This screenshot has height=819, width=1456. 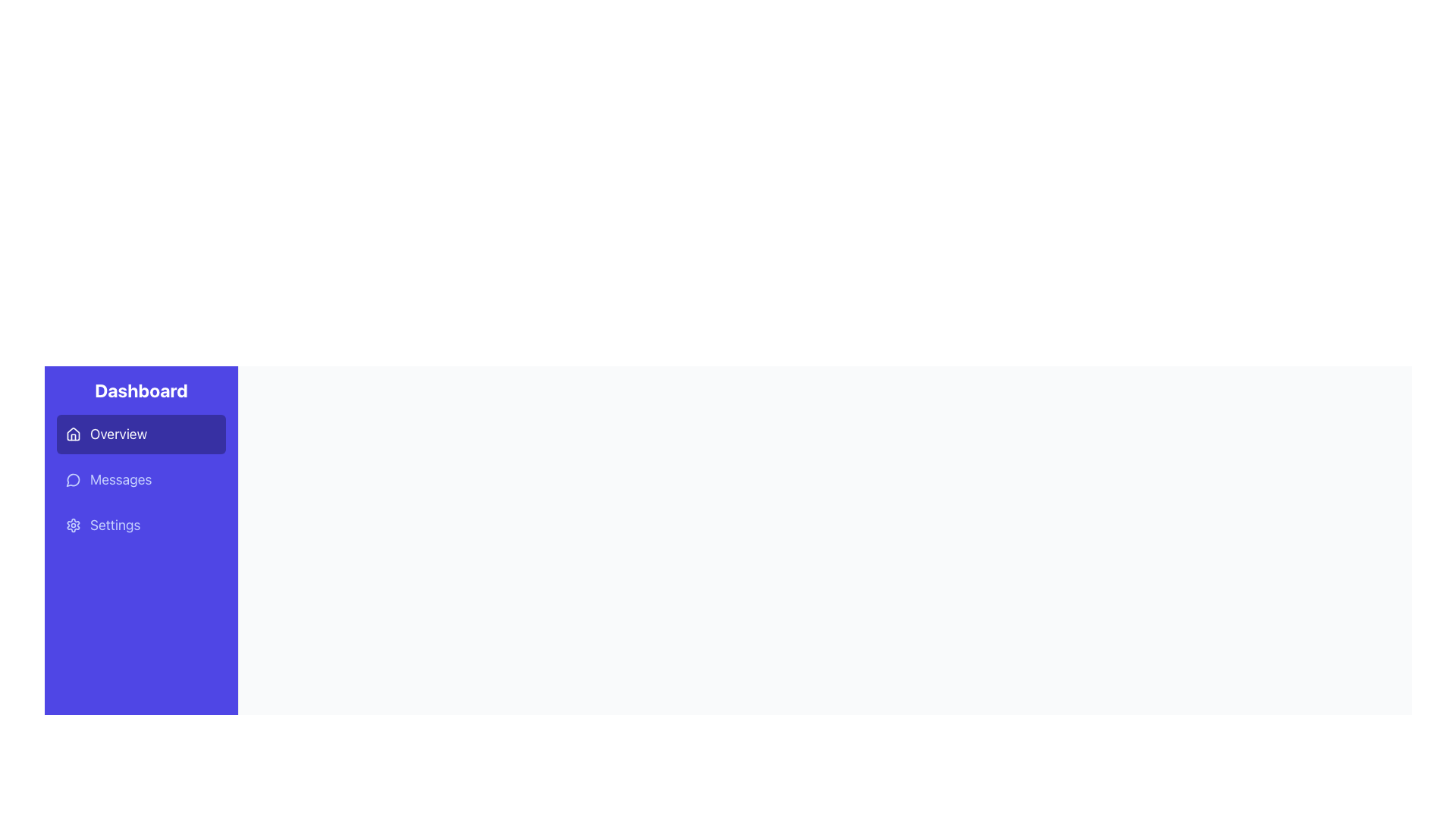 I want to click on the 'Messages' text label located in the left sidebar navigation menu, so click(x=120, y=479).